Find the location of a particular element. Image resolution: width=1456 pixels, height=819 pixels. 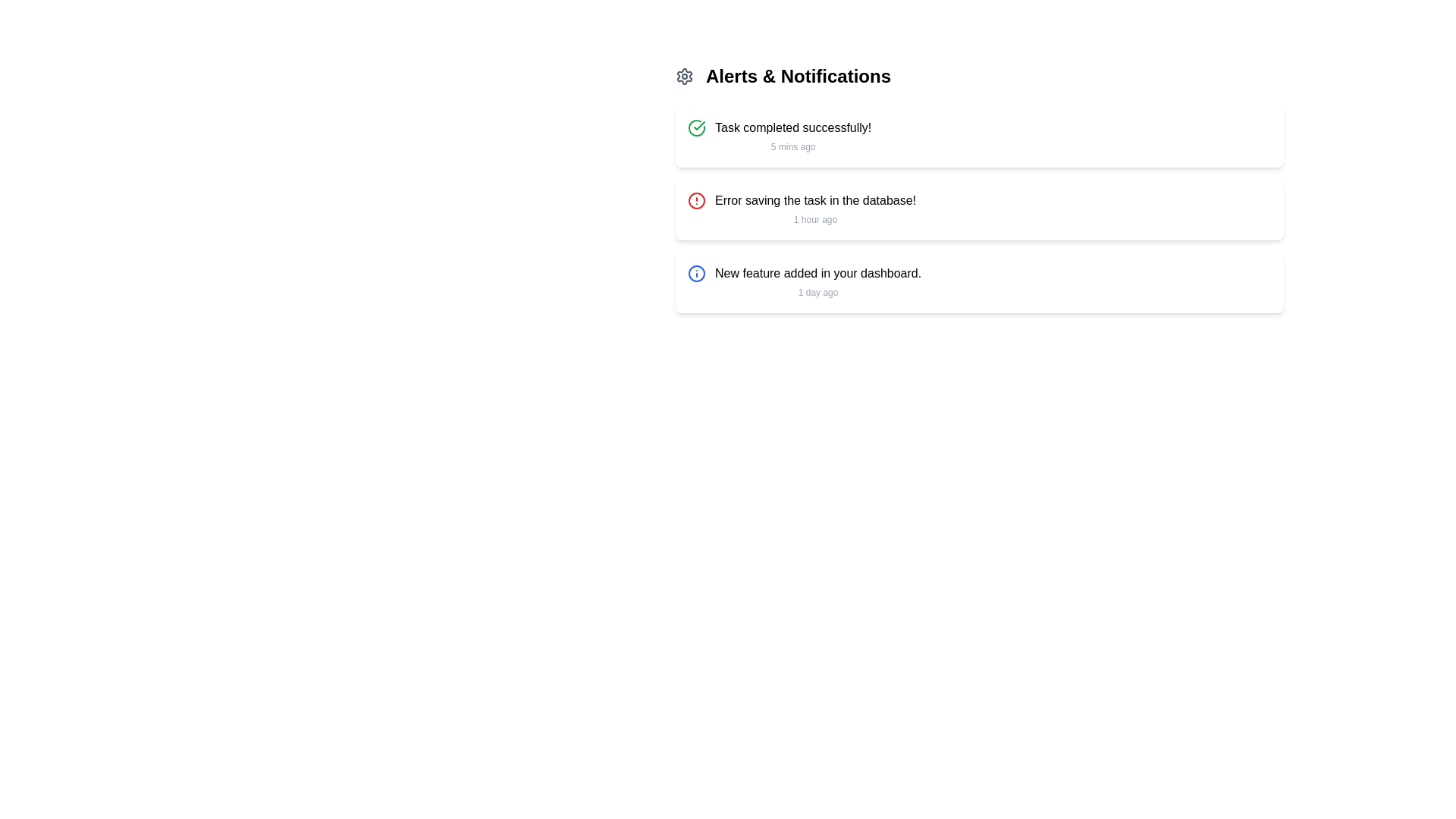

the text label displaying '1 day ago', which is located in the bottom-right corner of the notification about the new feature in the dashboard is located at coordinates (817, 292).